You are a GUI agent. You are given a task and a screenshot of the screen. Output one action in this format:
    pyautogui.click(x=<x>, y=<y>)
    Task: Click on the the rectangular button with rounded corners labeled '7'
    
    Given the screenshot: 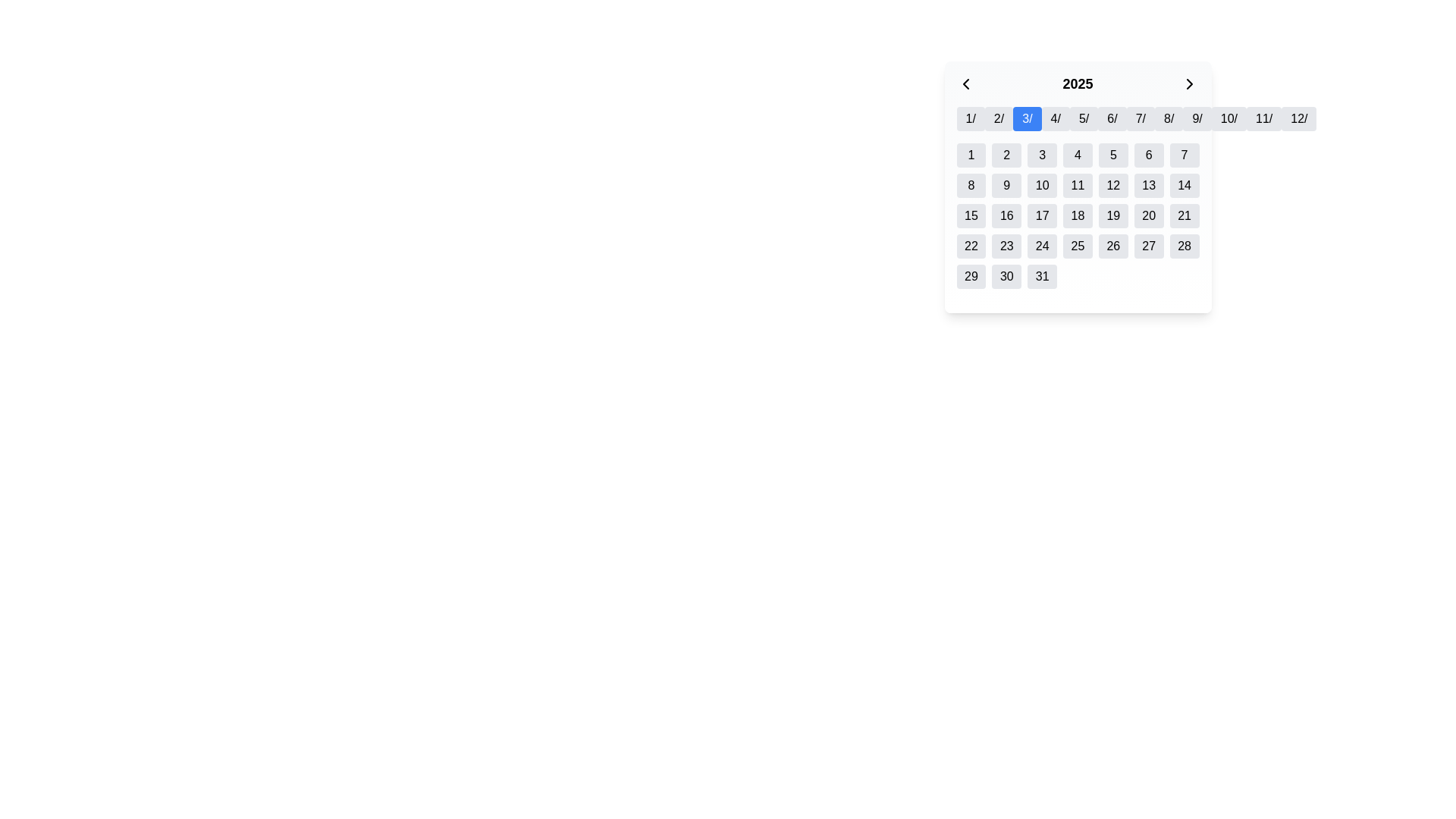 What is the action you would take?
    pyautogui.click(x=1184, y=155)
    